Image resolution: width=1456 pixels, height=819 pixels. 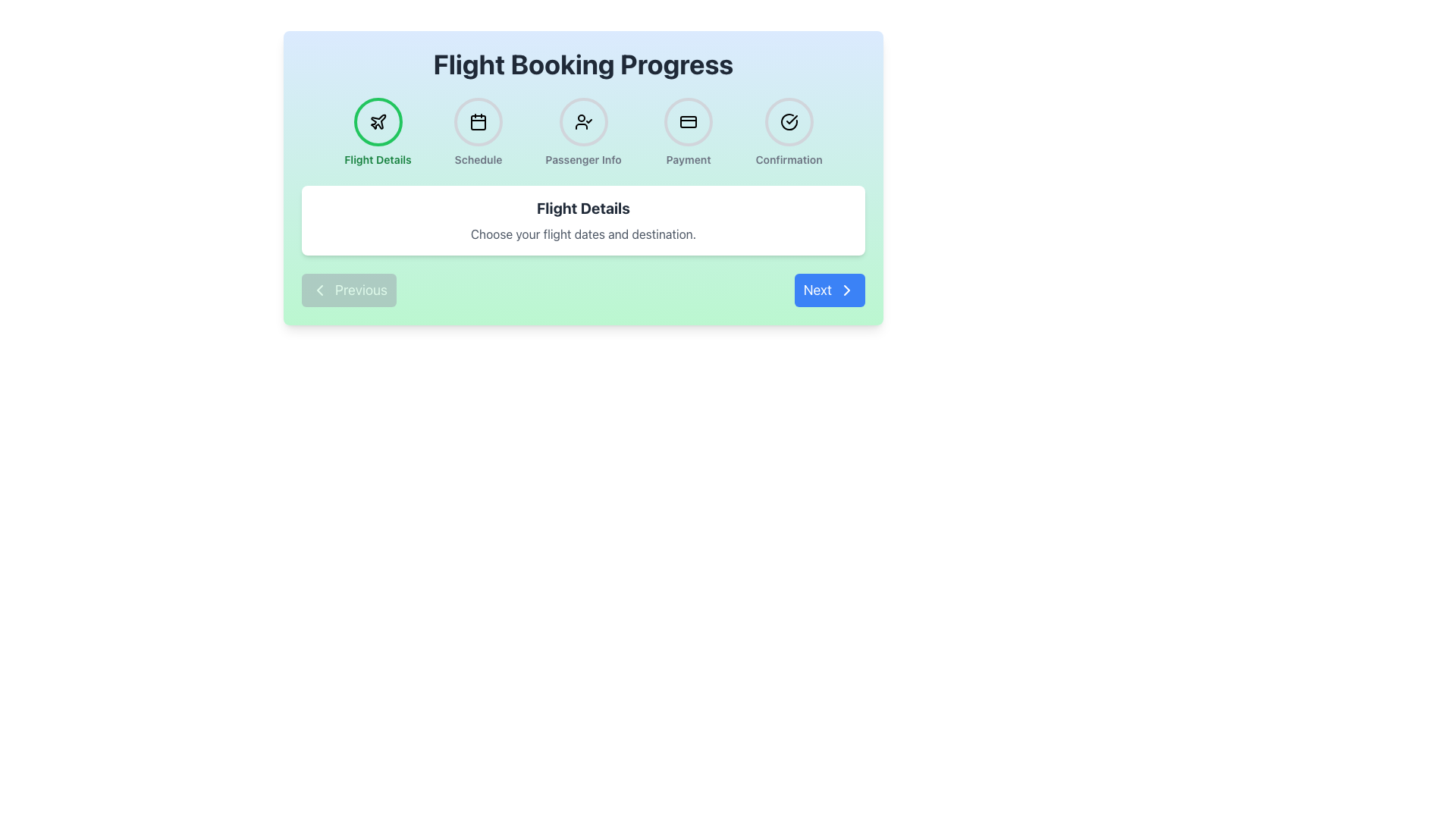 I want to click on the Step Indicator element, which is the fourth in the series of five progress steps, featuring a circled icon of a credit card above the text 'Payment', so click(x=688, y=131).